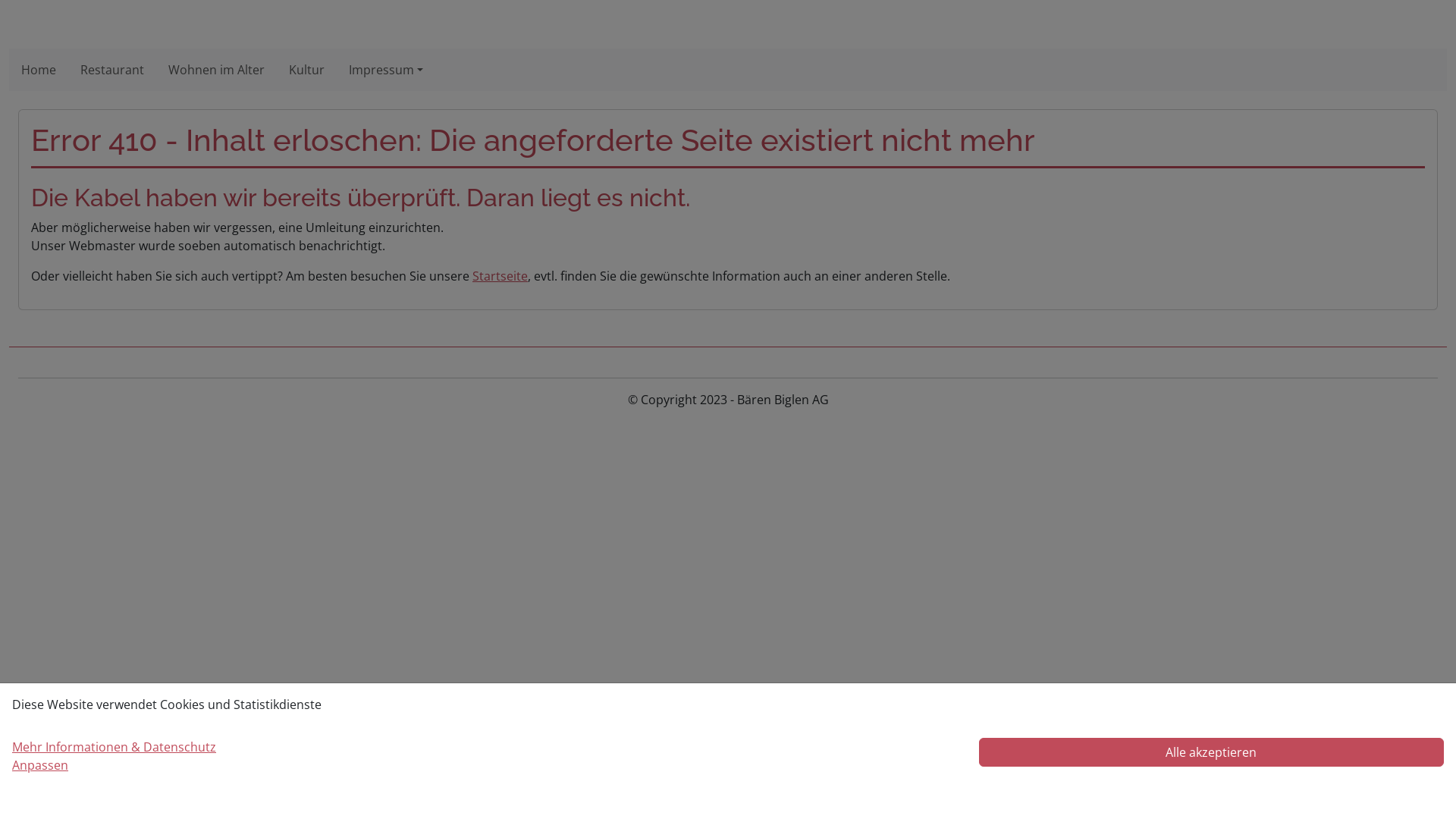 This screenshot has width=1456, height=819. What do you see at coordinates (111, 70) in the screenshot?
I see `'Restaurant'` at bounding box center [111, 70].